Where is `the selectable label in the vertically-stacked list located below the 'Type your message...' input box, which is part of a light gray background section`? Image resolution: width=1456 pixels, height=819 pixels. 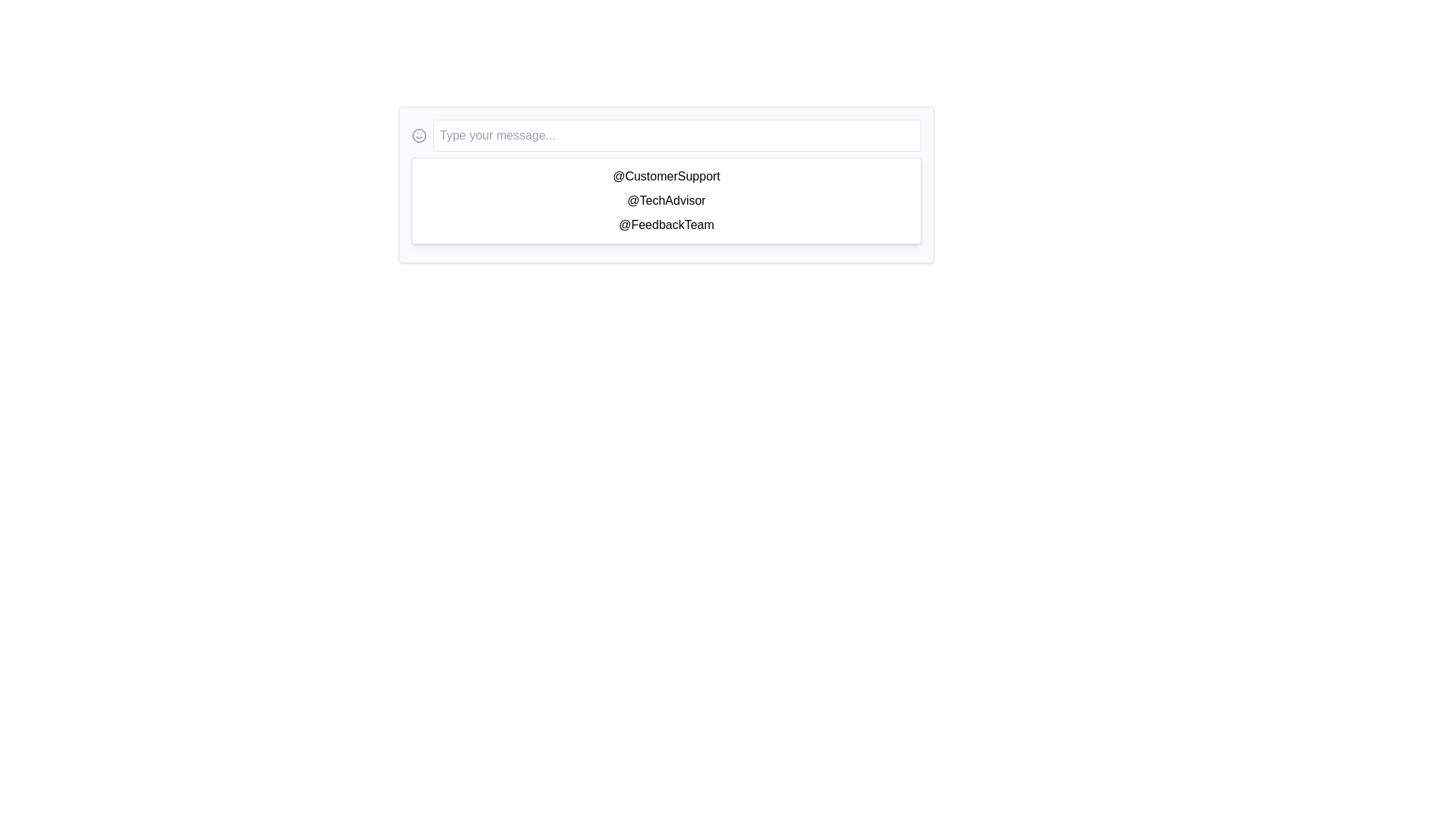 the selectable label in the vertically-stacked list located below the 'Type your message...' input box, which is part of a light gray background section is located at coordinates (666, 184).